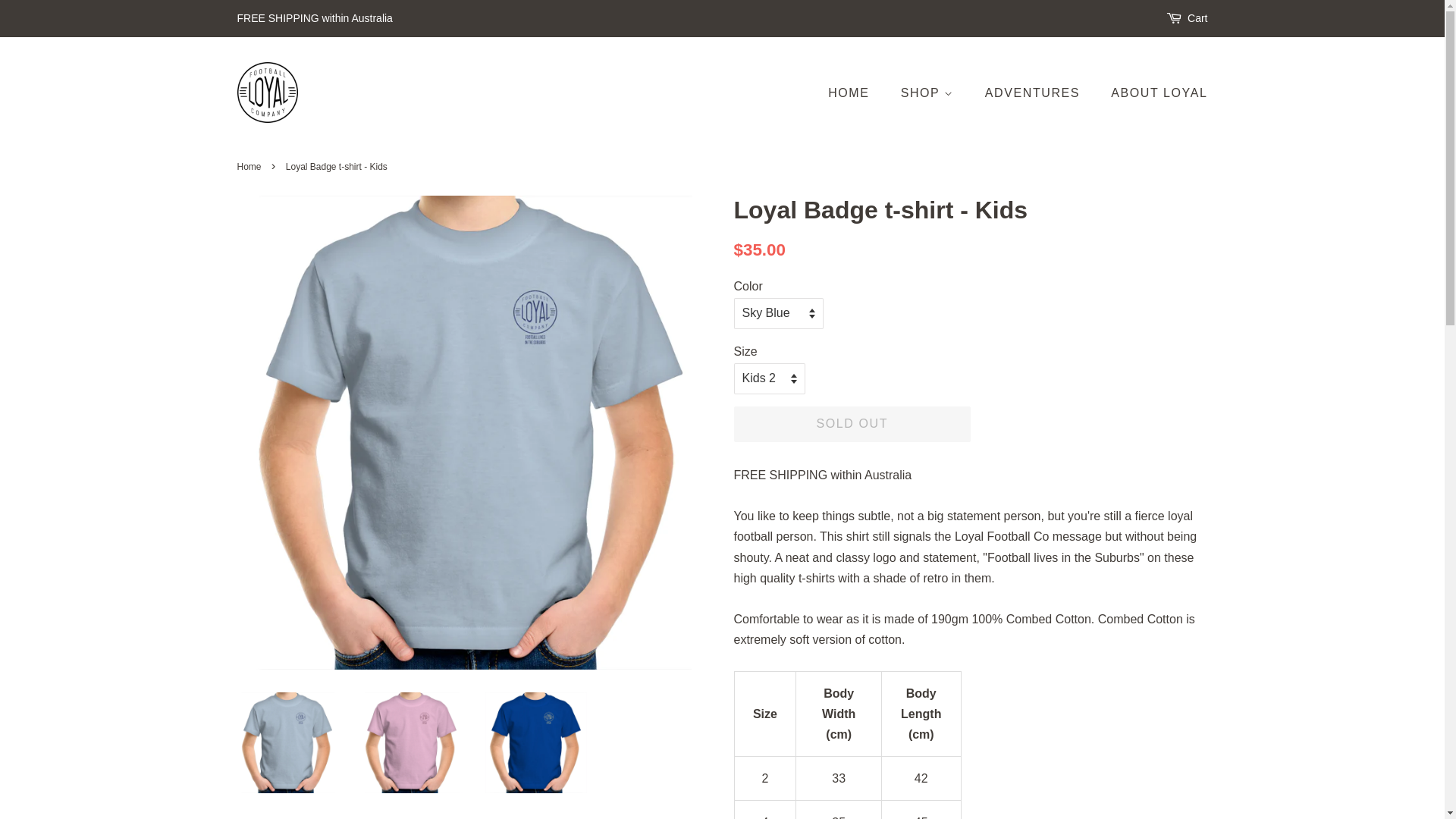 This screenshot has height=819, width=1456. What do you see at coordinates (1197, 18) in the screenshot?
I see `'Cart'` at bounding box center [1197, 18].